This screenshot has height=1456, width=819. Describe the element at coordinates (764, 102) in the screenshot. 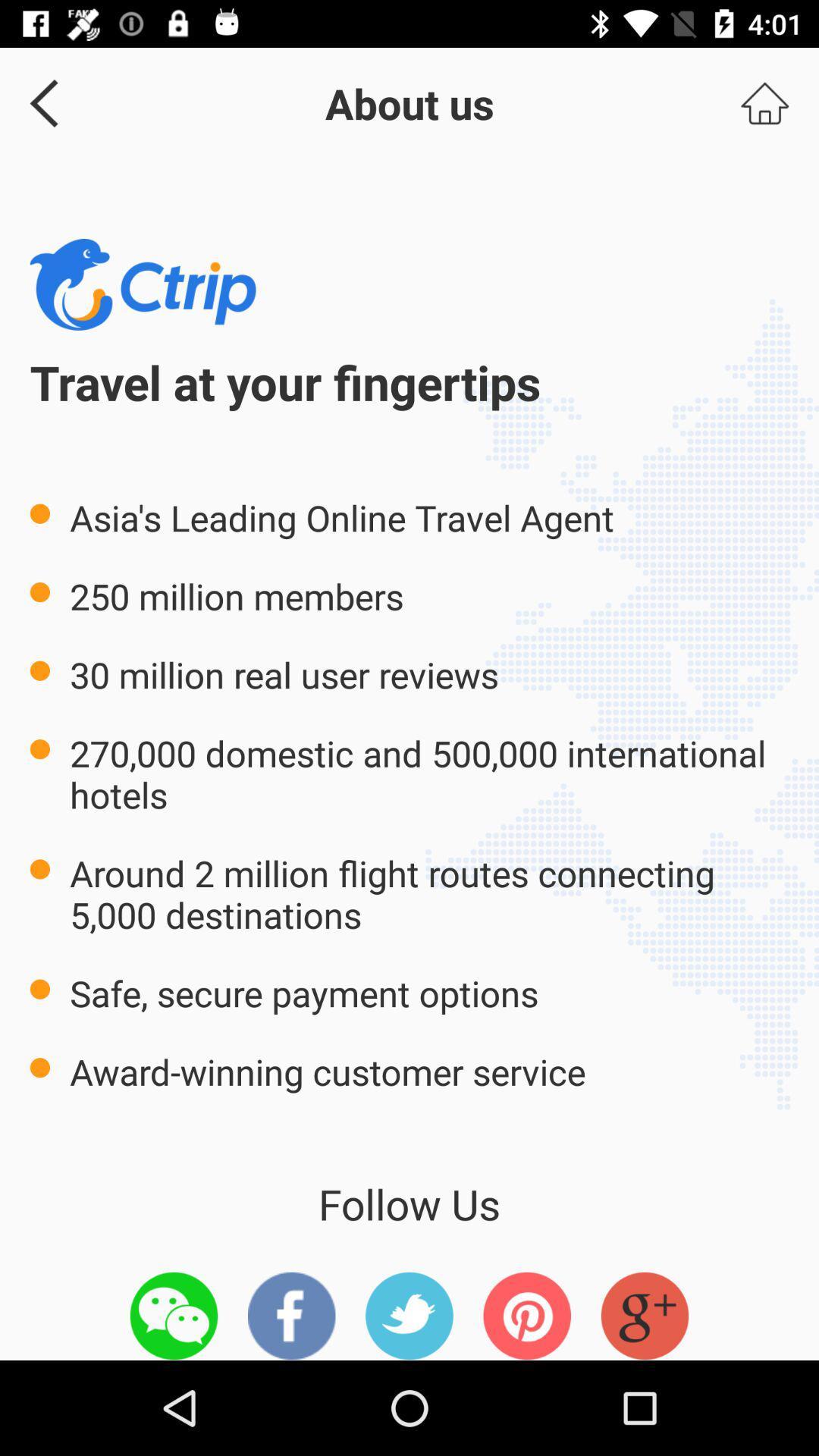

I see `the home icon` at that location.